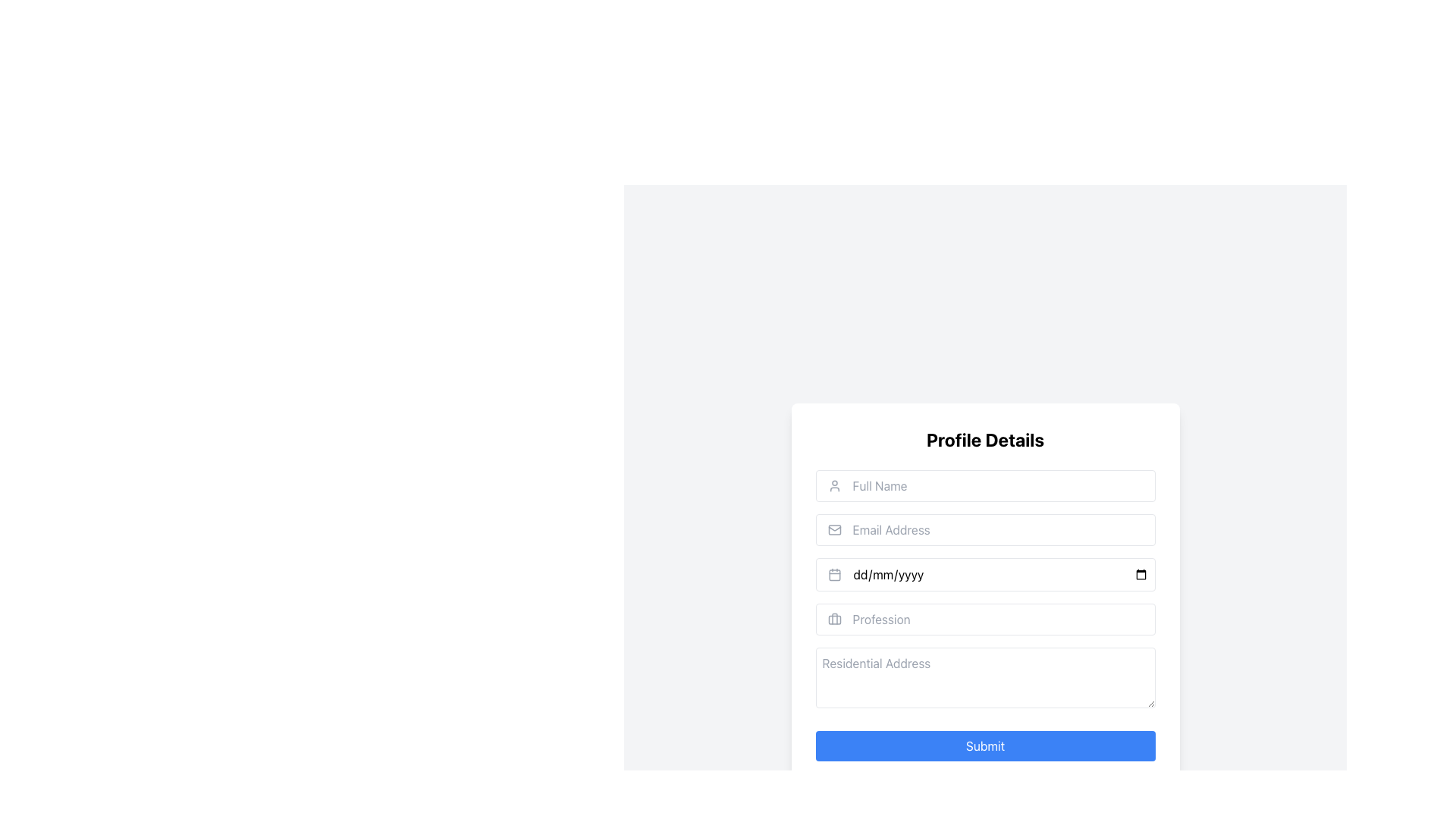  What do you see at coordinates (833, 620) in the screenshot?
I see `the small gray briefcase icon located to the left of the 'Profession' text input field in the form interface` at bounding box center [833, 620].